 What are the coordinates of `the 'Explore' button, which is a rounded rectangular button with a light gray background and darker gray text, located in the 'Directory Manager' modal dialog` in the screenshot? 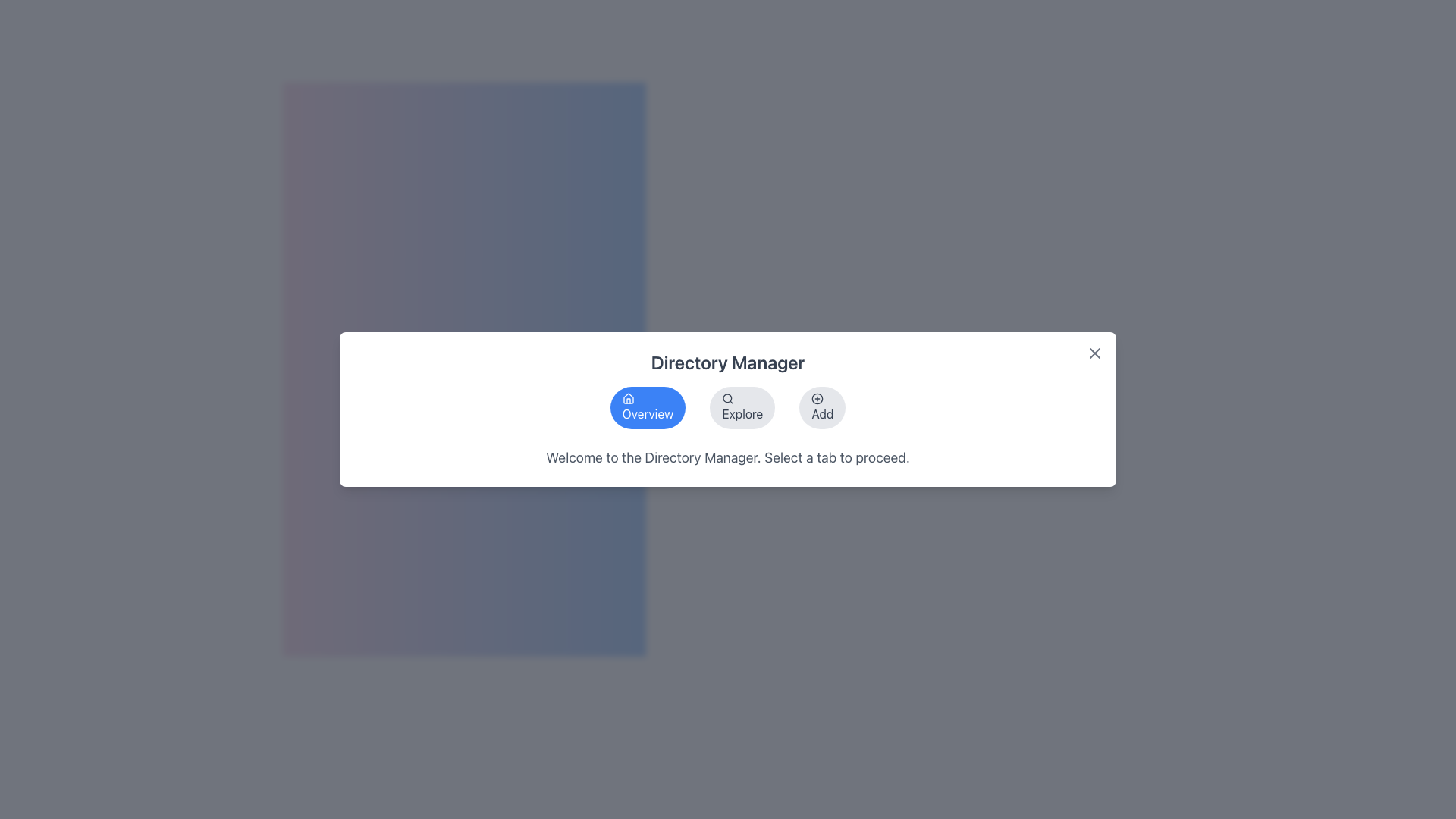 It's located at (742, 406).